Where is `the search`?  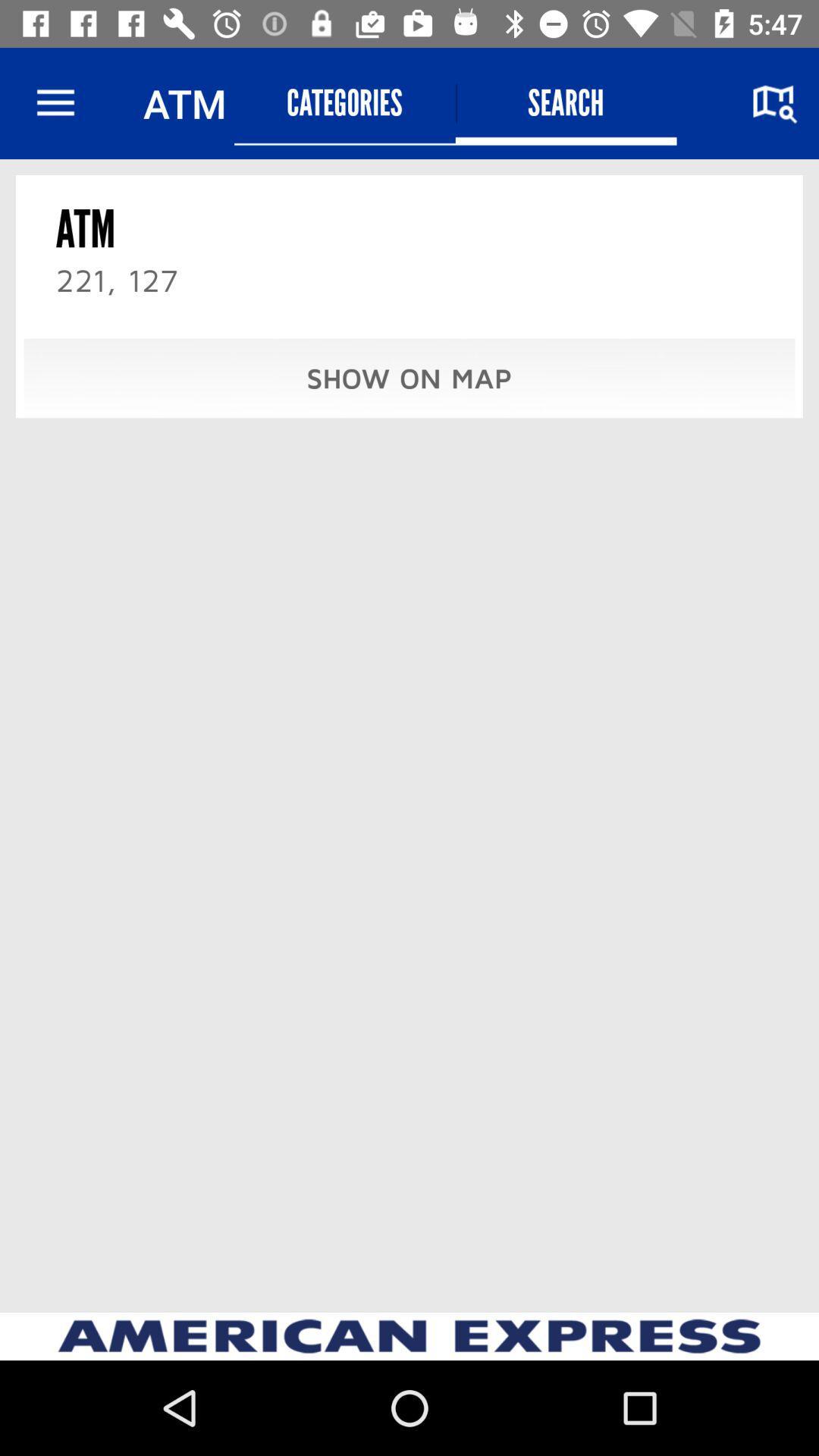
the search is located at coordinates (566, 102).